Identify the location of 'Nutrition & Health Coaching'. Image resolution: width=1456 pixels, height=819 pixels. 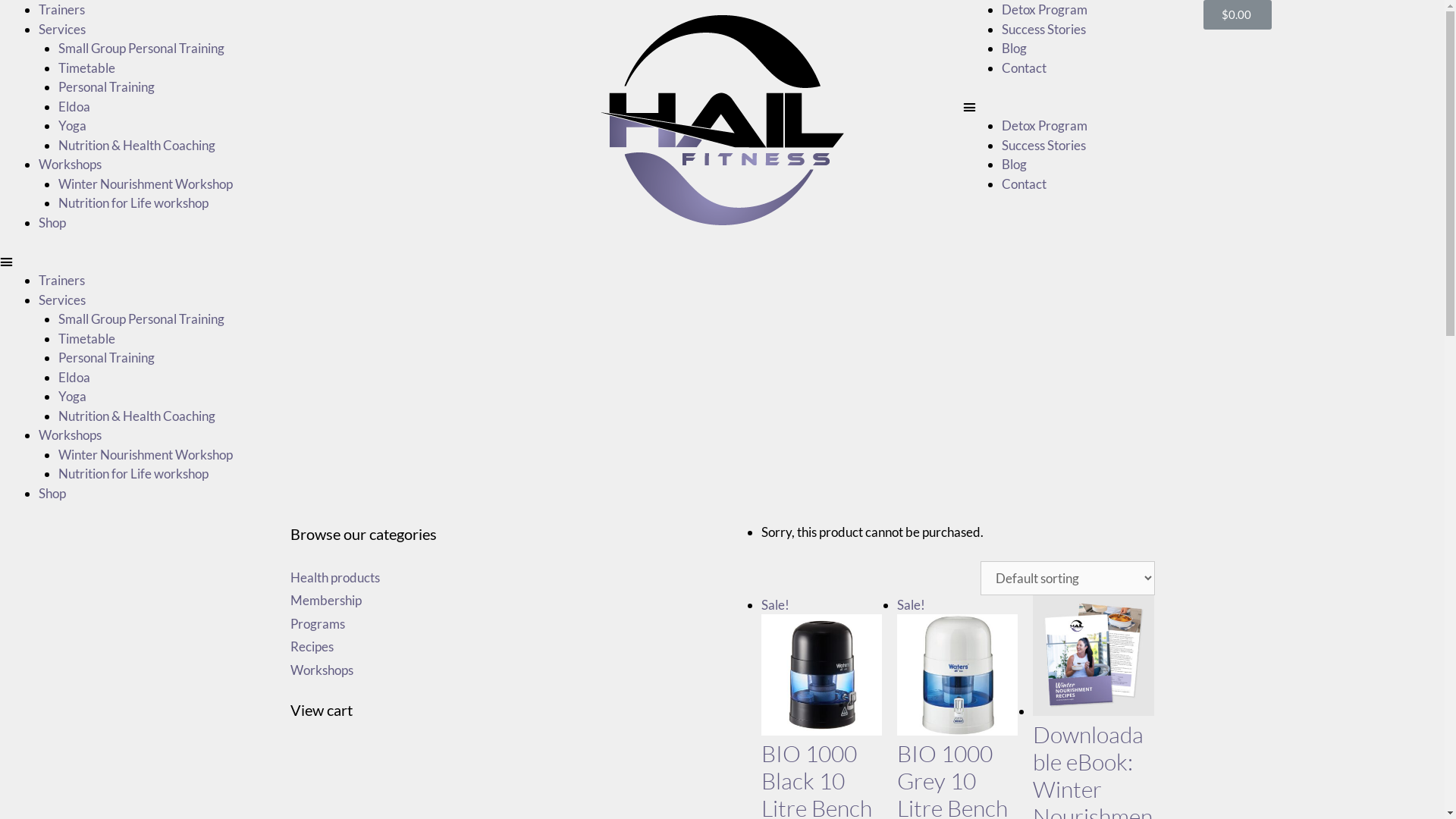
(136, 144).